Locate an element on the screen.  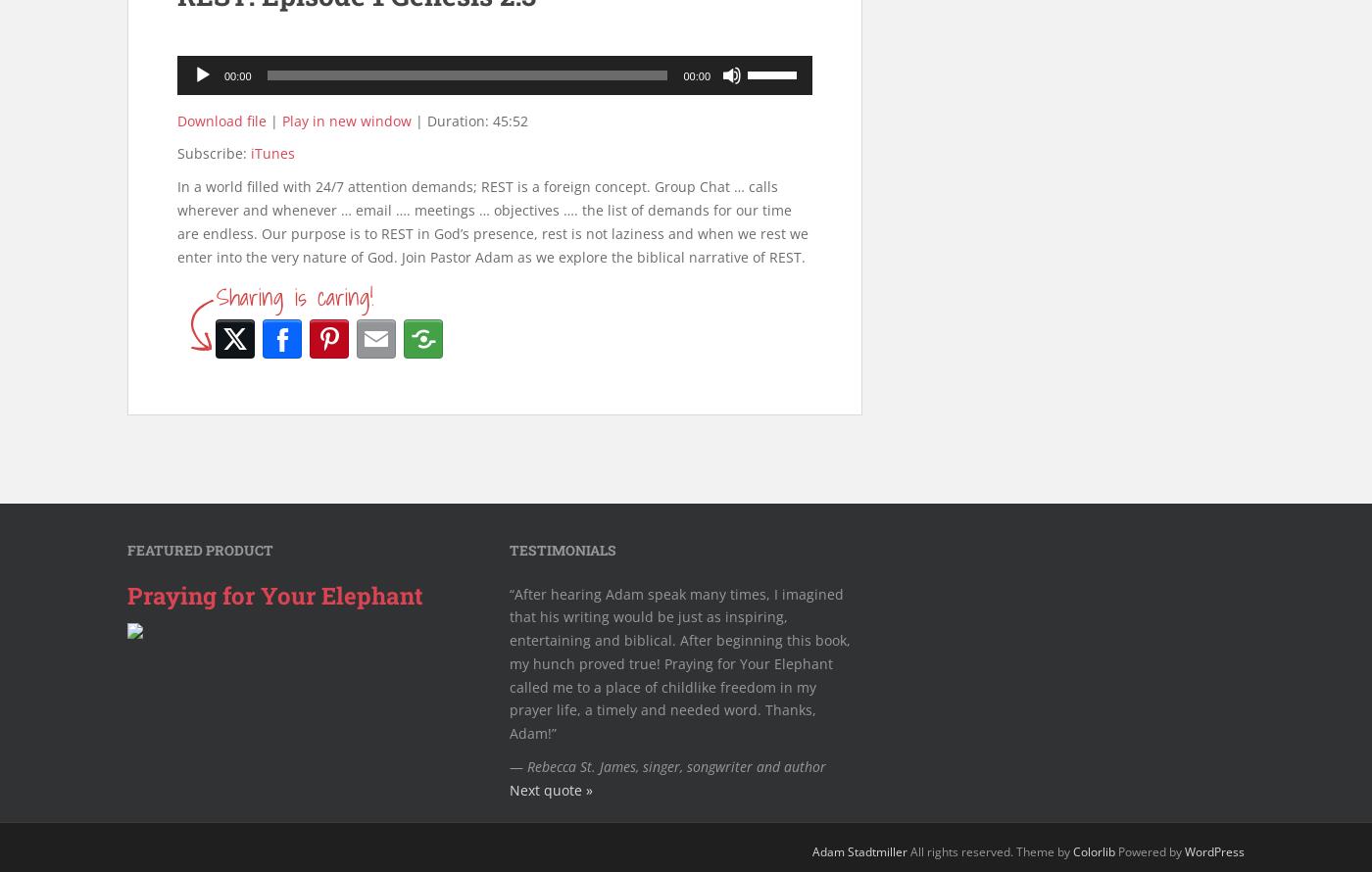
'Subscribe:' is located at coordinates (214, 153).